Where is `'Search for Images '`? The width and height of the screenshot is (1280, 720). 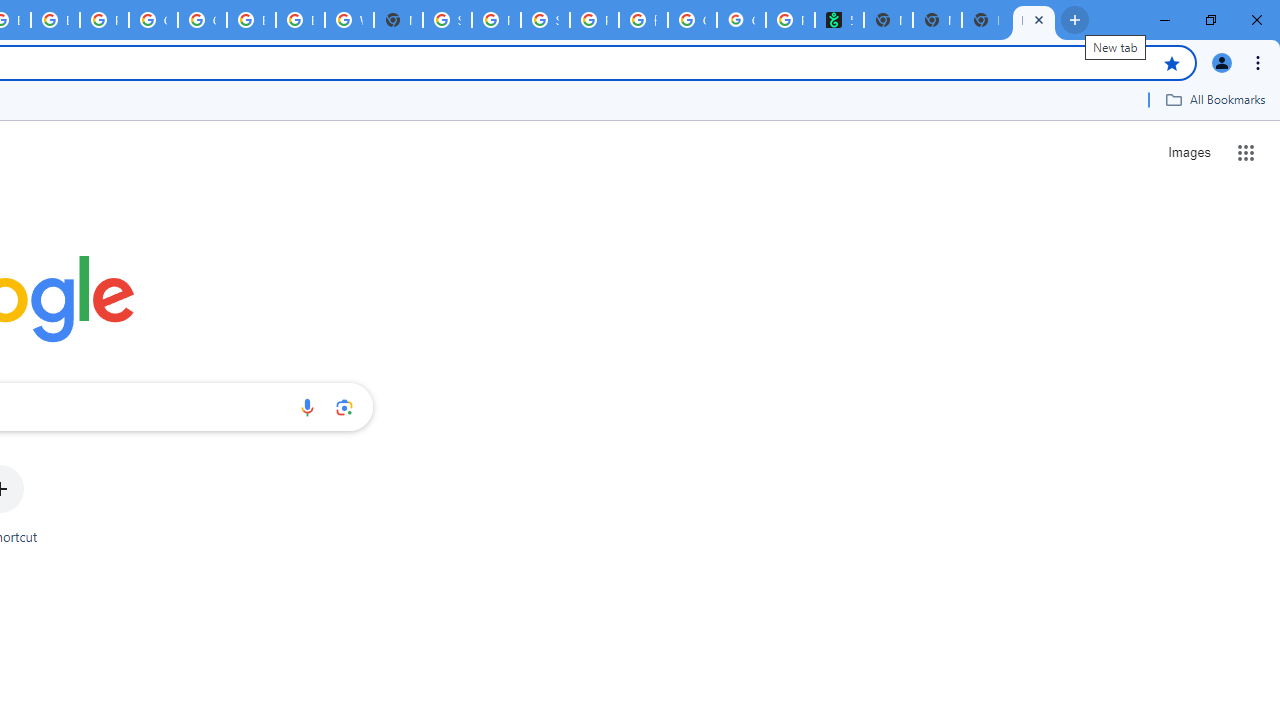
'Search for Images ' is located at coordinates (1189, 152).